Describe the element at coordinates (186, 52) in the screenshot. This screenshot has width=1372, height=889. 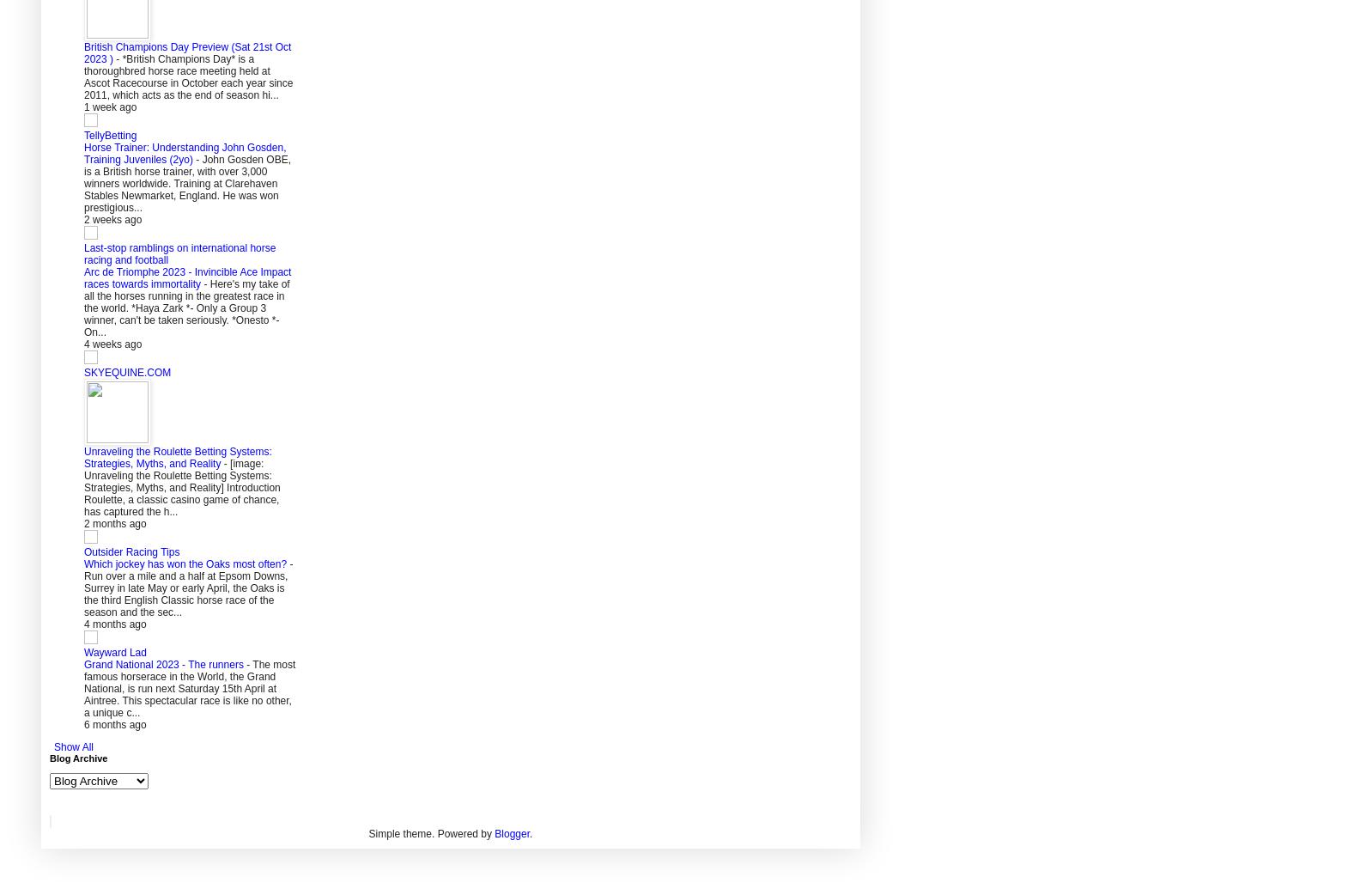
I see `'British Champions Day Preview (Sat 21st Oct 2023 )'` at that location.